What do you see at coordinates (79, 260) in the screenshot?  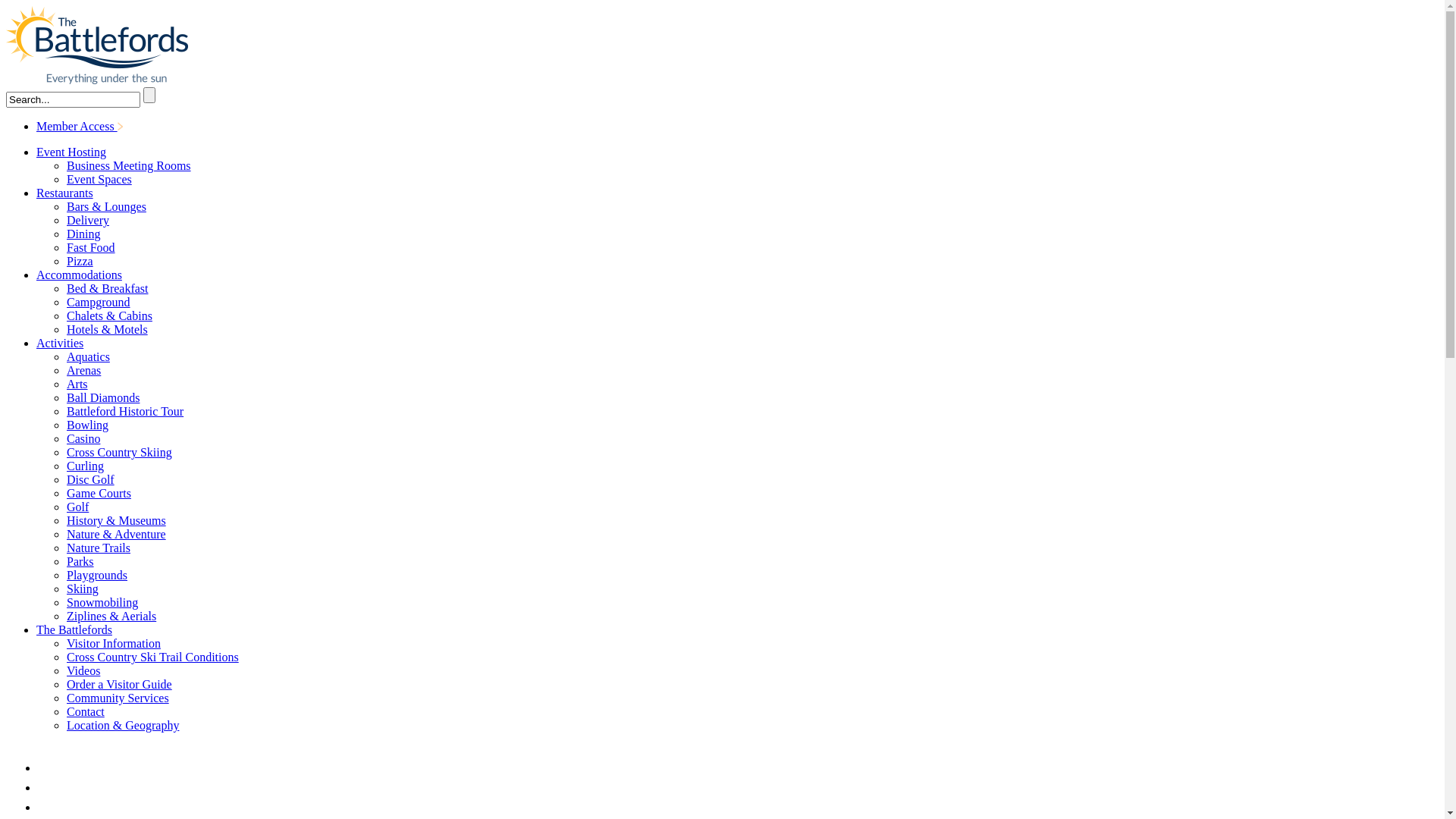 I see `'Pizza'` at bounding box center [79, 260].